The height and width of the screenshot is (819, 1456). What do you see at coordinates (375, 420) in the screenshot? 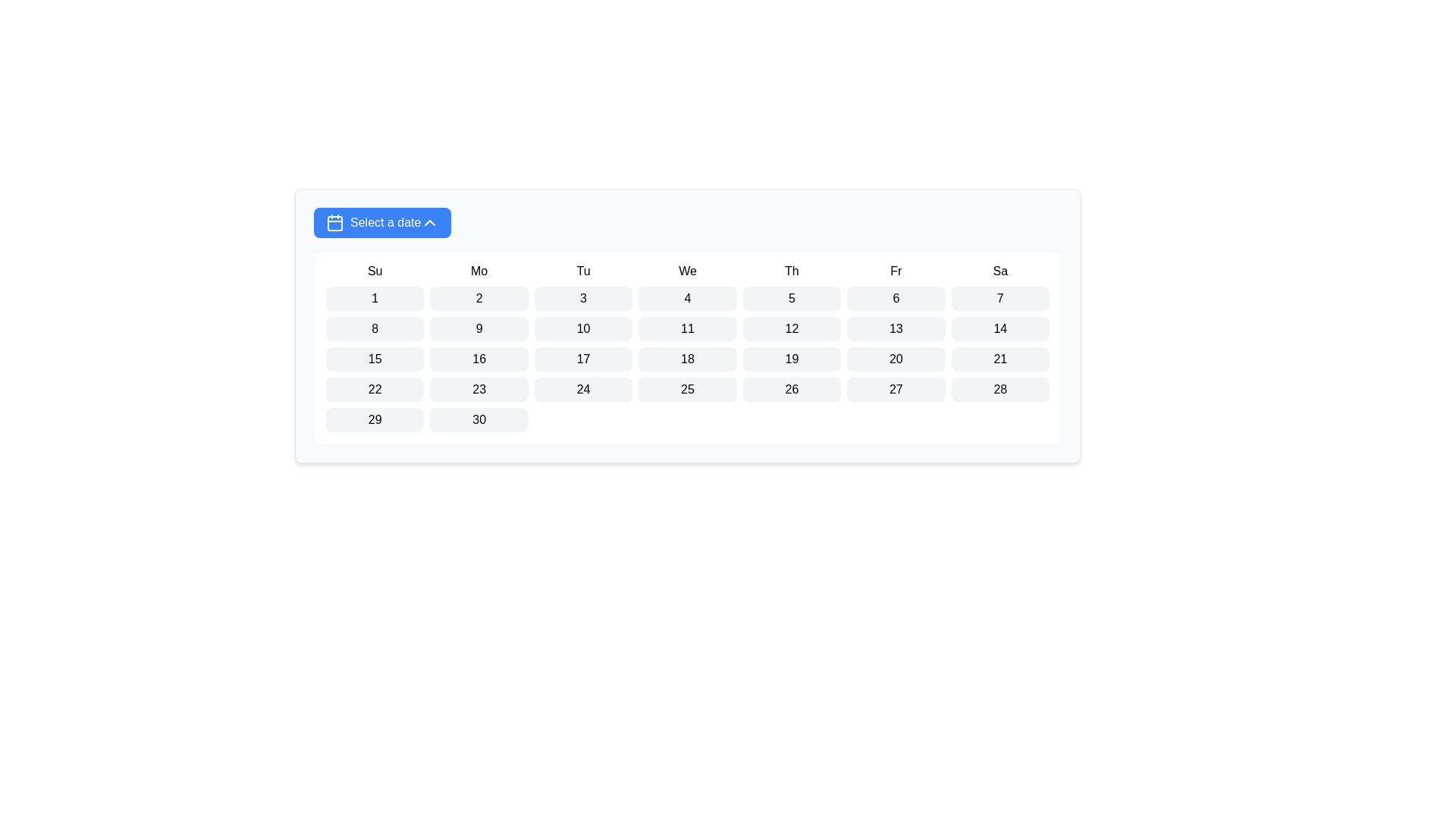
I see `the button representing the 29th day in the calendar located in the bottom row and first column under the 'Su' heading` at bounding box center [375, 420].